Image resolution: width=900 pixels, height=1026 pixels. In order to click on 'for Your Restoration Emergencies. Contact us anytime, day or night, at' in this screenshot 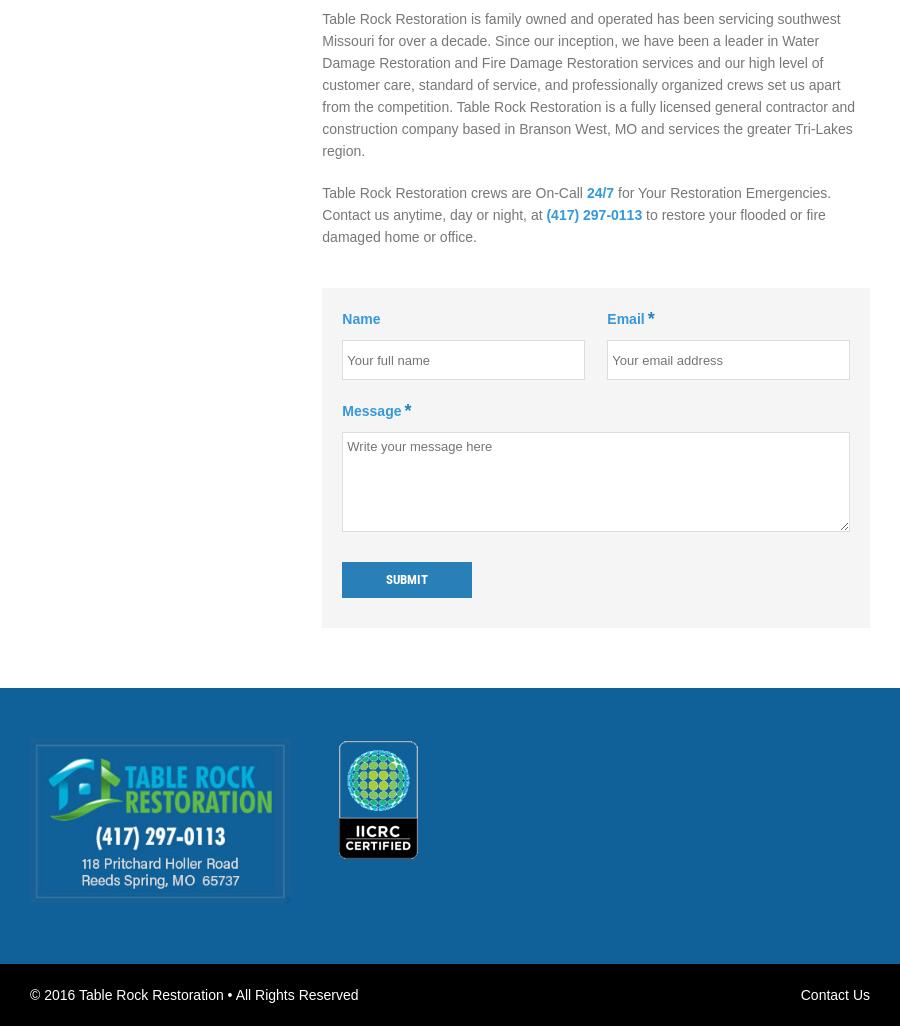, I will do `click(321, 202)`.